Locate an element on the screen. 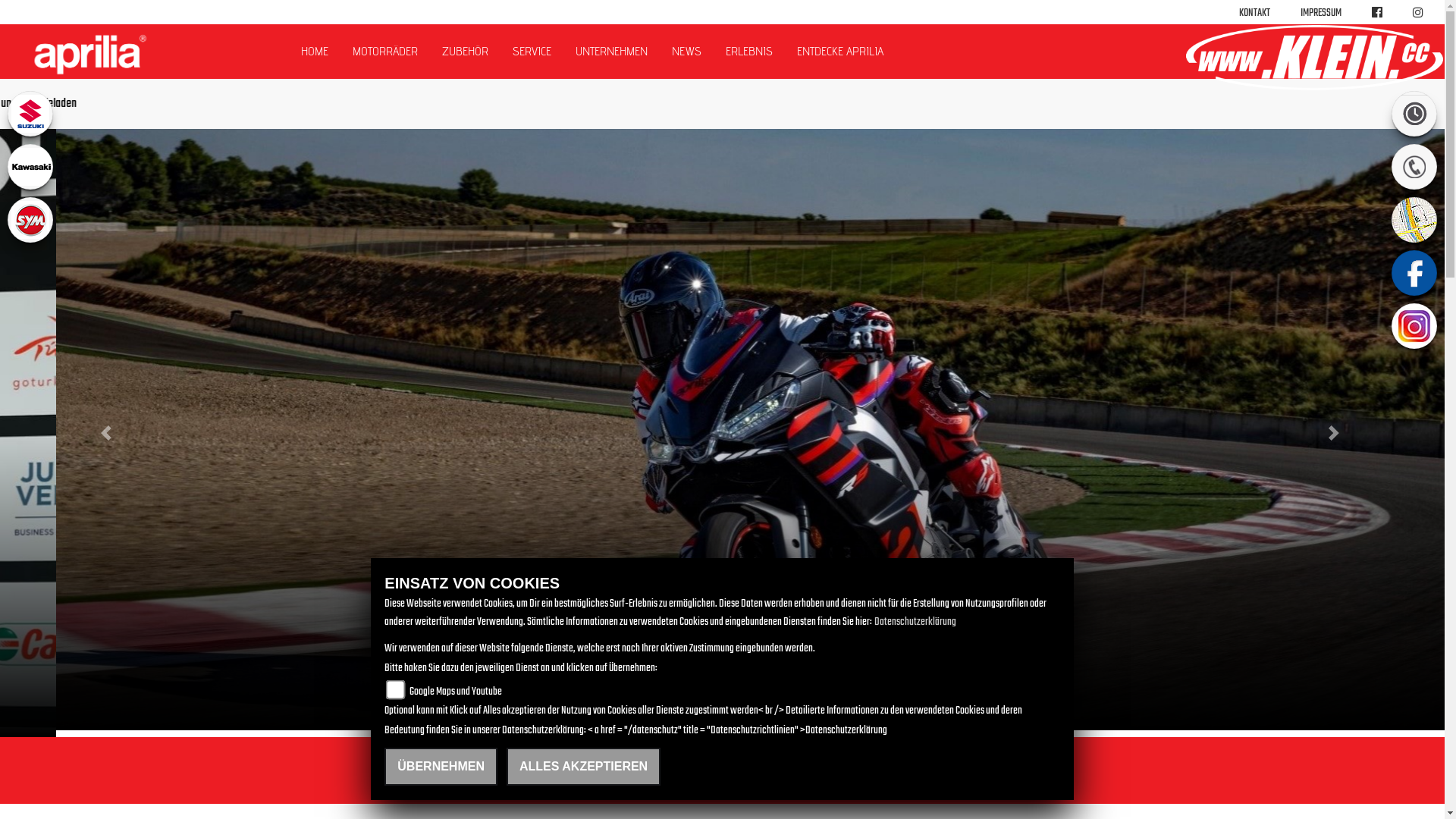 The height and width of the screenshot is (819, 1456). 'IMPRESSUM' is located at coordinates (1320, 13).